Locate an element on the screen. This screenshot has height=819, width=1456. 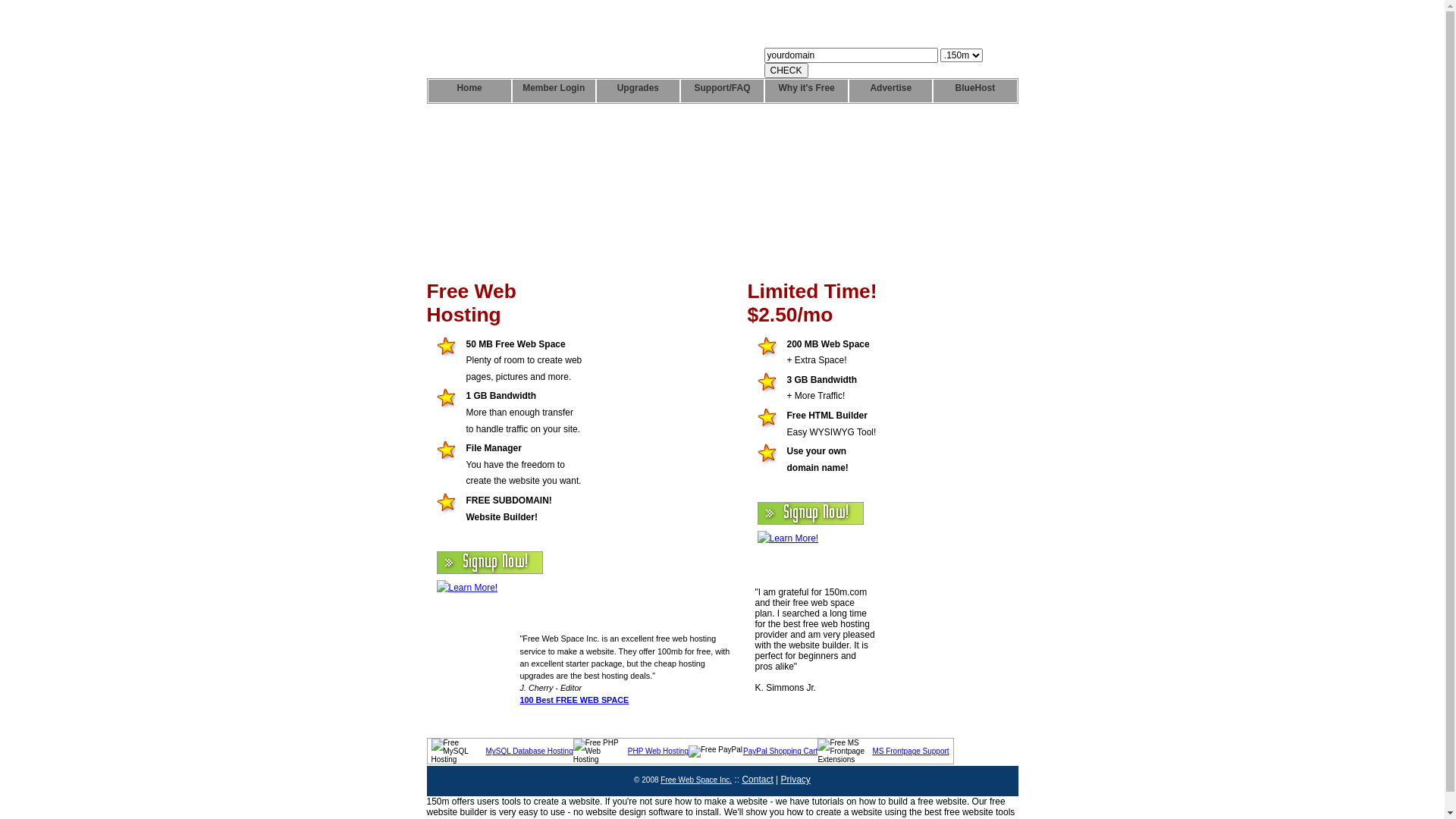
'PHP Web Hosting' is located at coordinates (658, 751).